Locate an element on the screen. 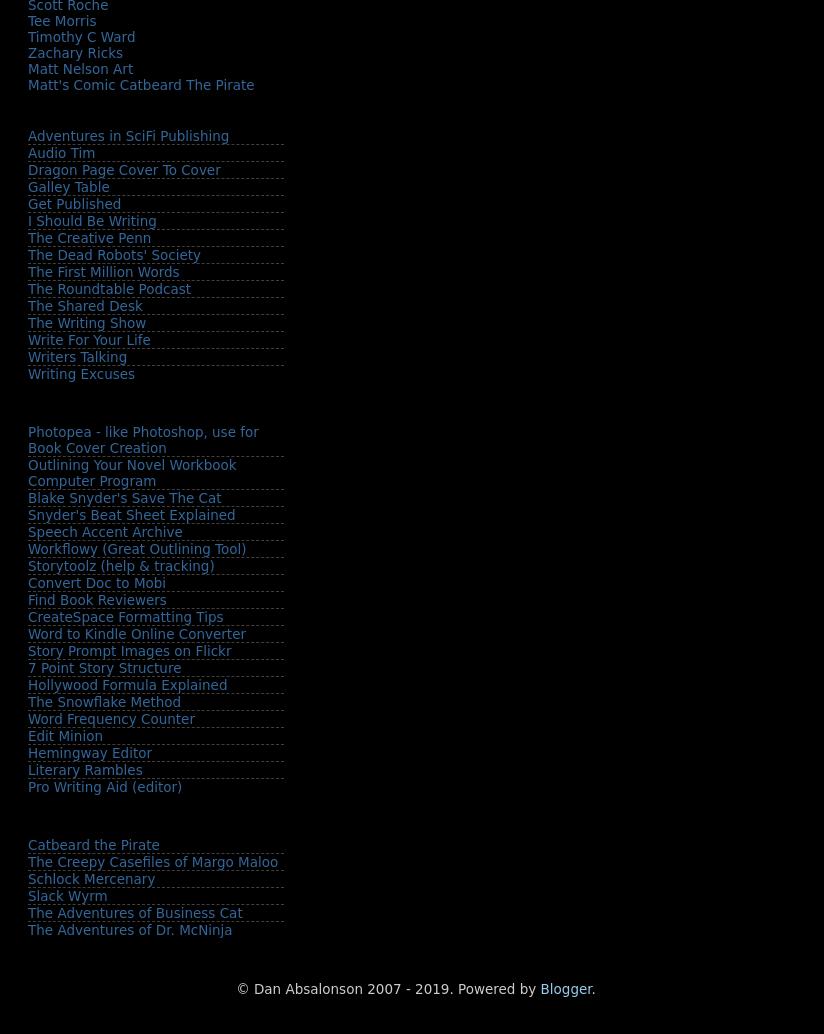 Image resolution: width=824 pixels, height=1034 pixels. 'Speech Accent Archive' is located at coordinates (104, 530).